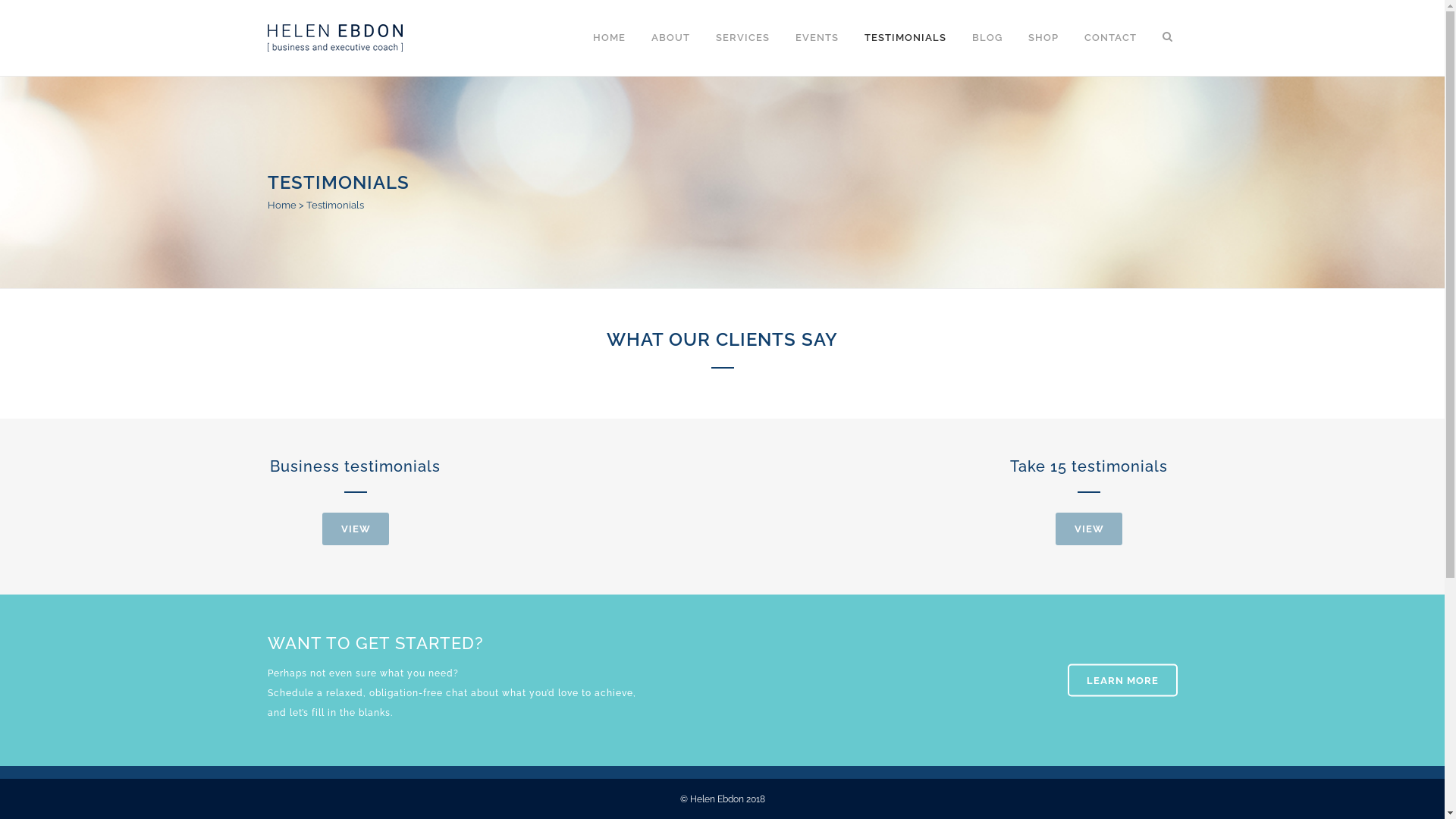 The image size is (1456, 819). I want to click on 'Shop', so click(749, 651).